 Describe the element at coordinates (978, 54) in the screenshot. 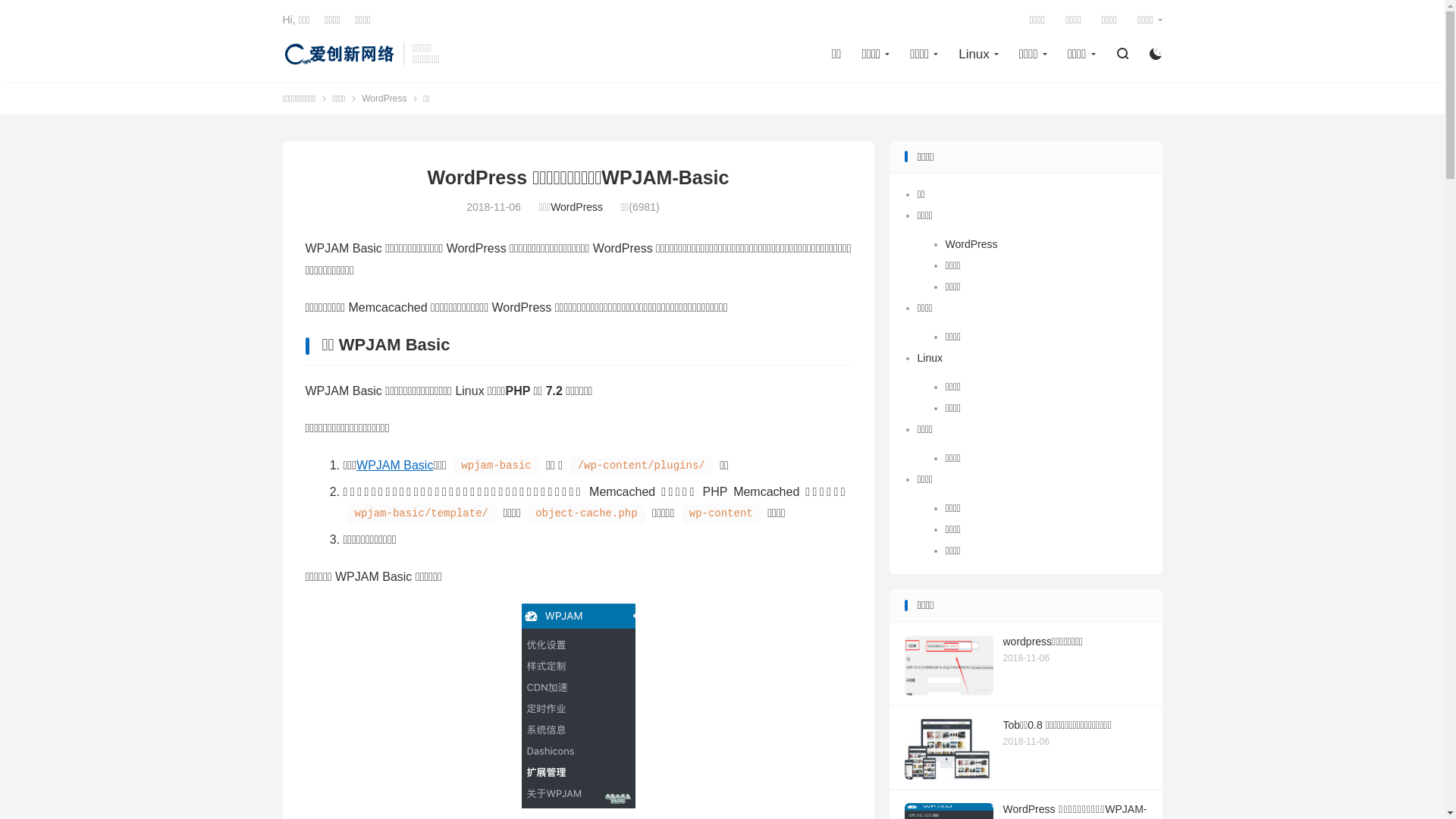

I see `'Linux'` at that location.